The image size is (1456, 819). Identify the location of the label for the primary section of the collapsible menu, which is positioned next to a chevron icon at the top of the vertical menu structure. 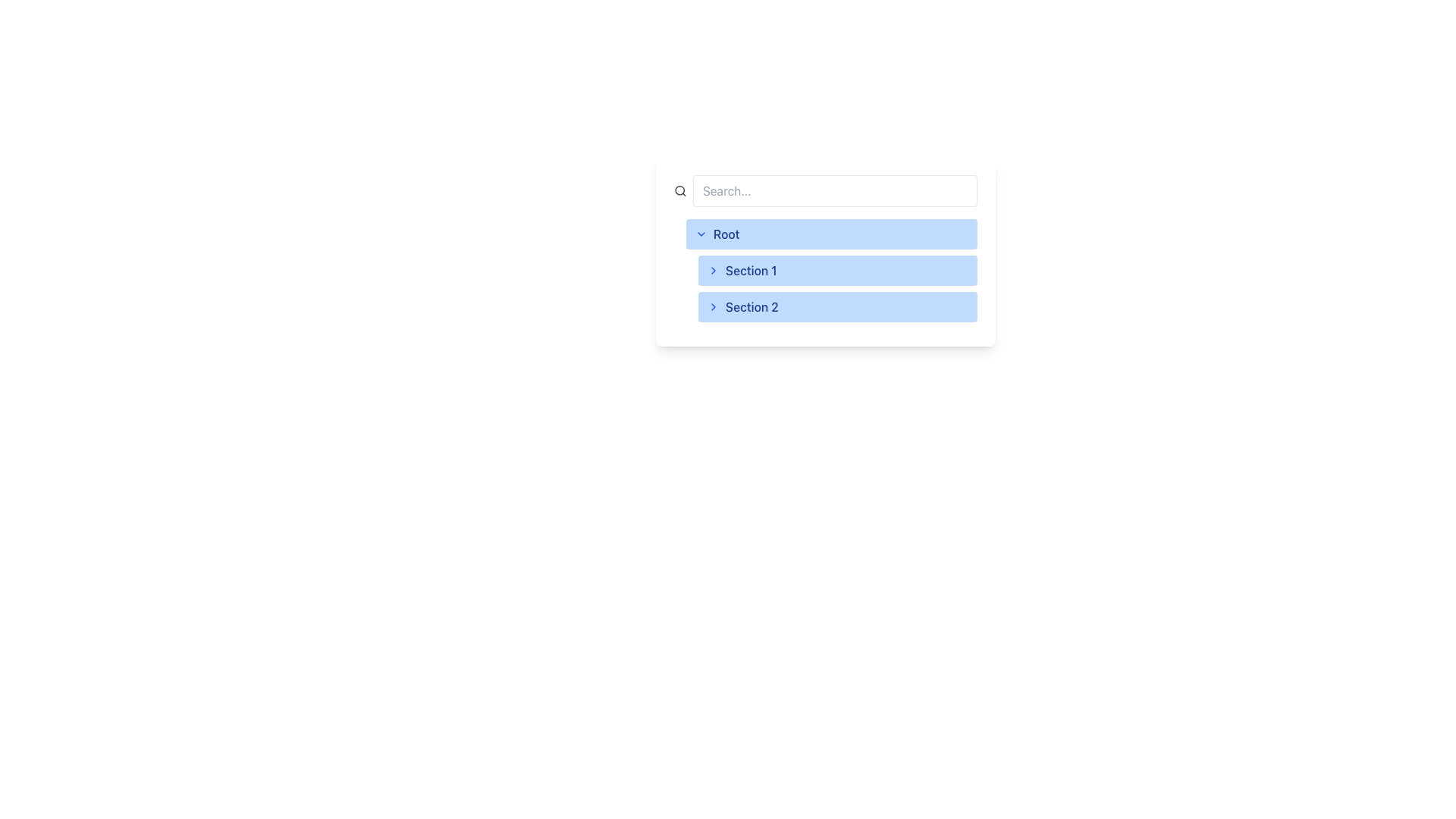
(726, 234).